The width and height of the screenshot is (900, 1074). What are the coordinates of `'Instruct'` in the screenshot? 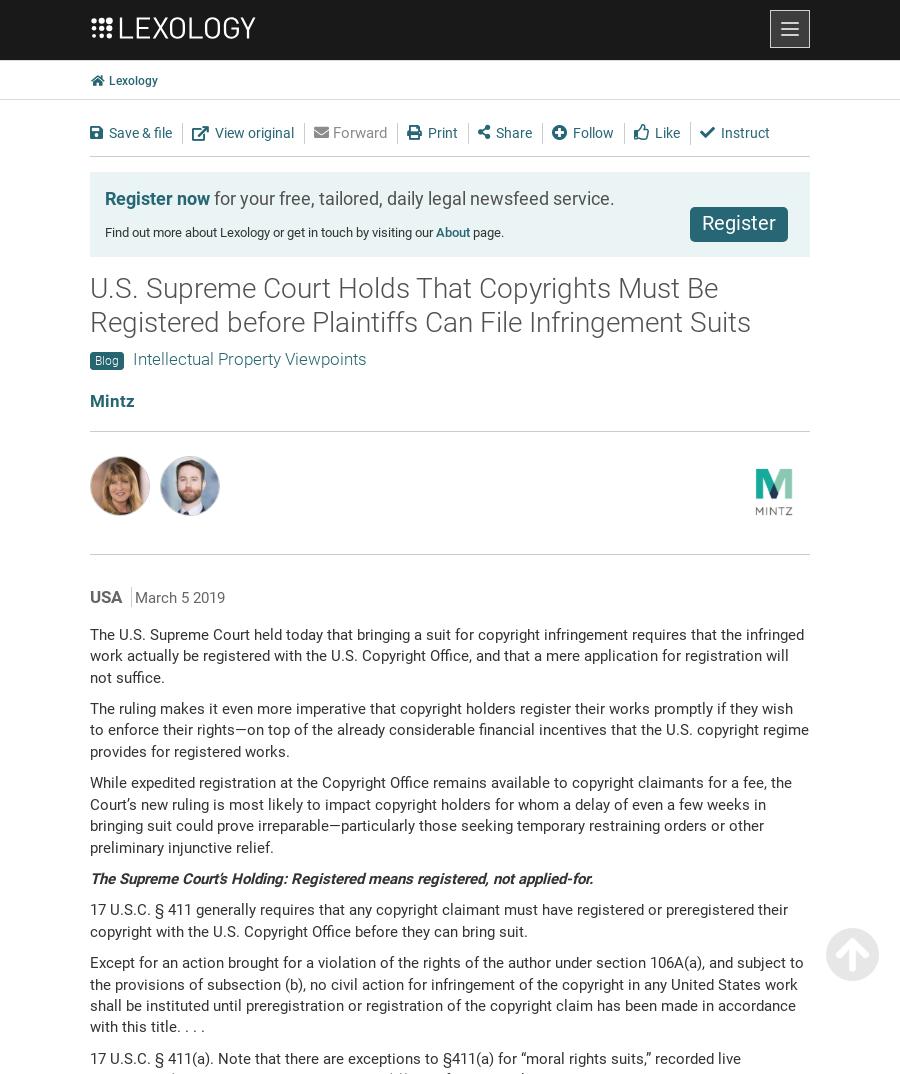 It's located at (743, 130).